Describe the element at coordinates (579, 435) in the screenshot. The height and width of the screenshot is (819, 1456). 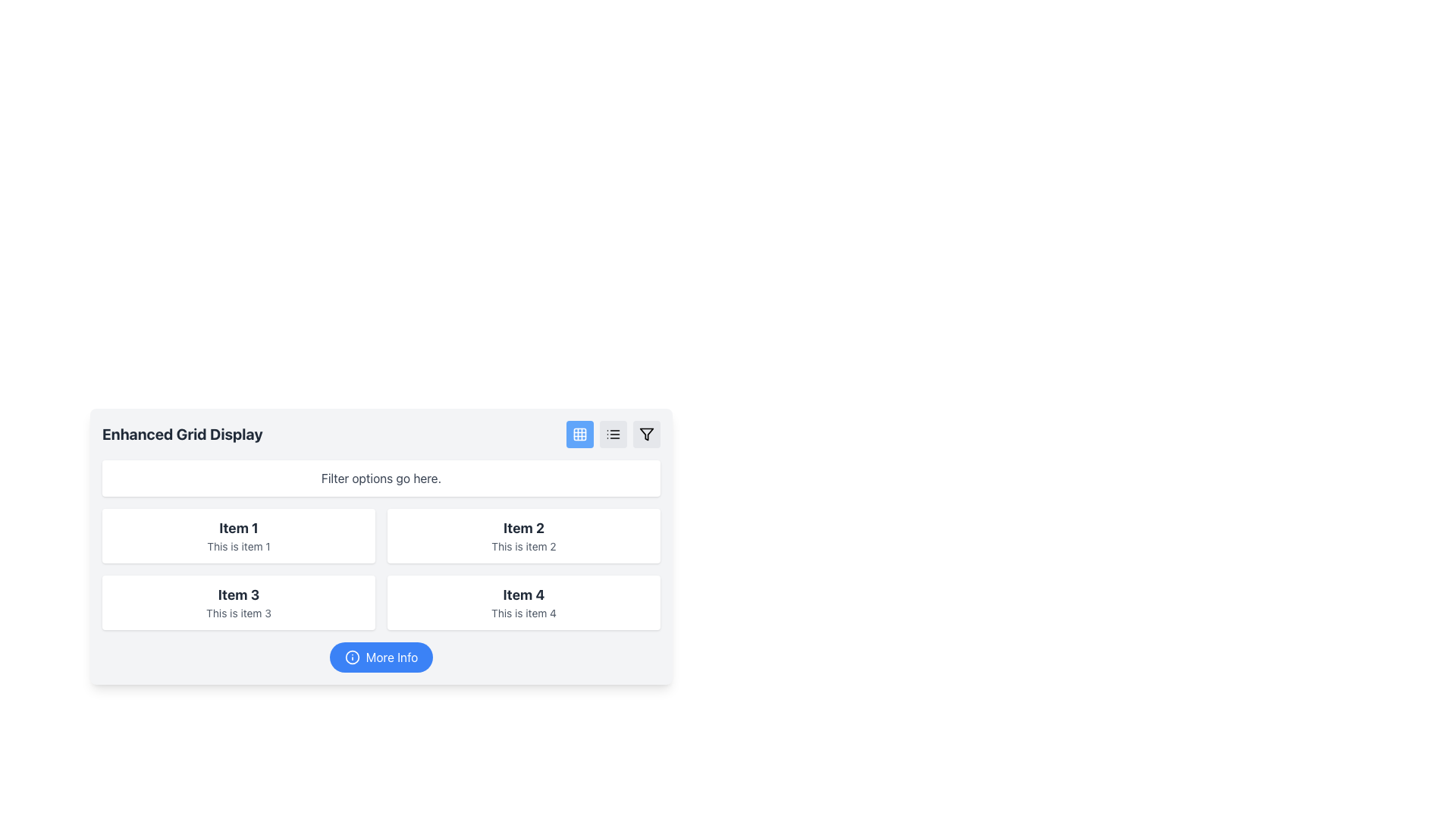
I see `the decorative shape component located at the center cell of the grid icon in the top-right corner of the enhanced grid display interface` at that location.